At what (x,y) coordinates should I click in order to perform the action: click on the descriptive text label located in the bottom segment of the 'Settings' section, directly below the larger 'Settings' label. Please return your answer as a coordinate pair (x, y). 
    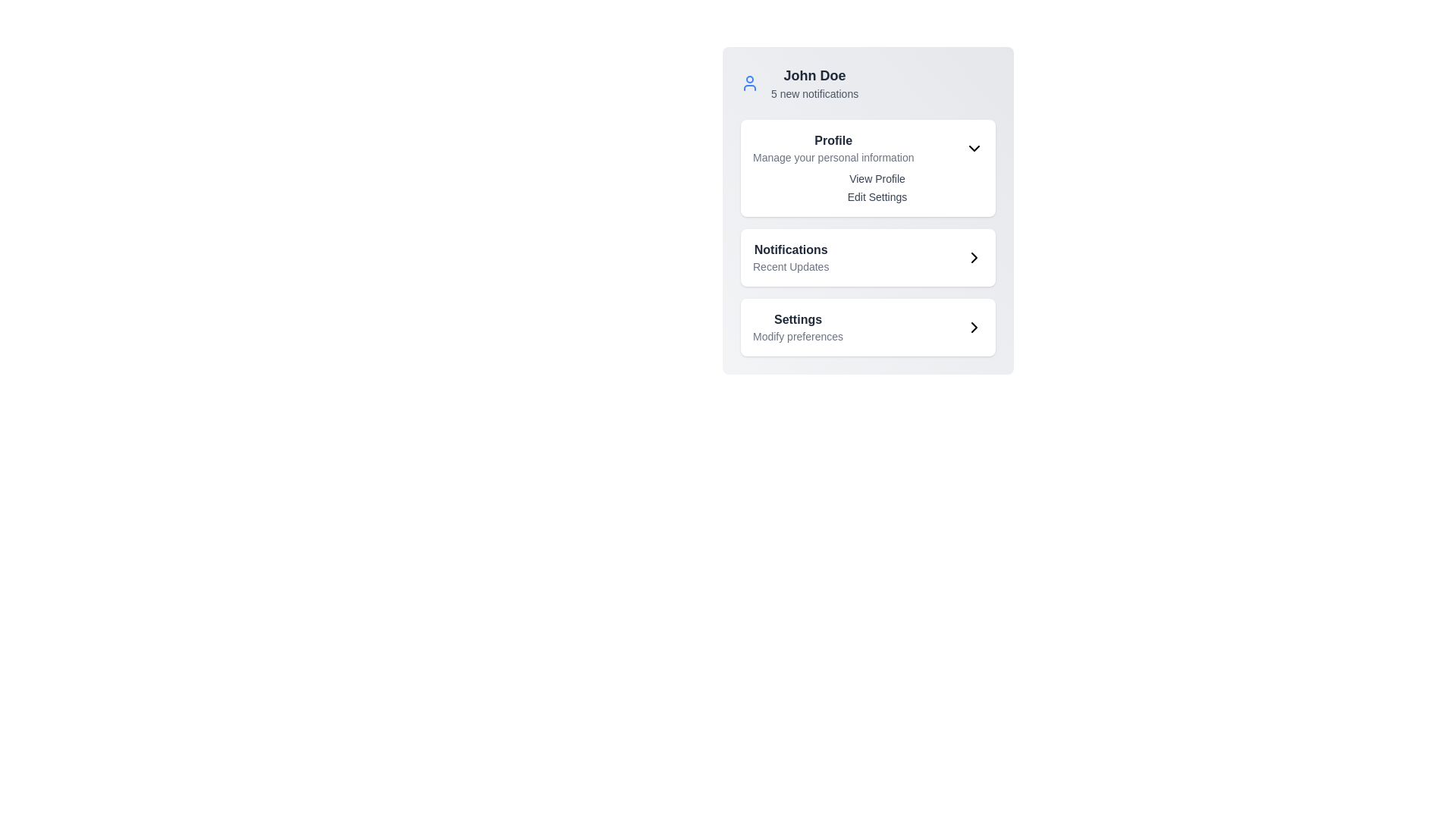
    Looking at the image, I should click on (797, 335).